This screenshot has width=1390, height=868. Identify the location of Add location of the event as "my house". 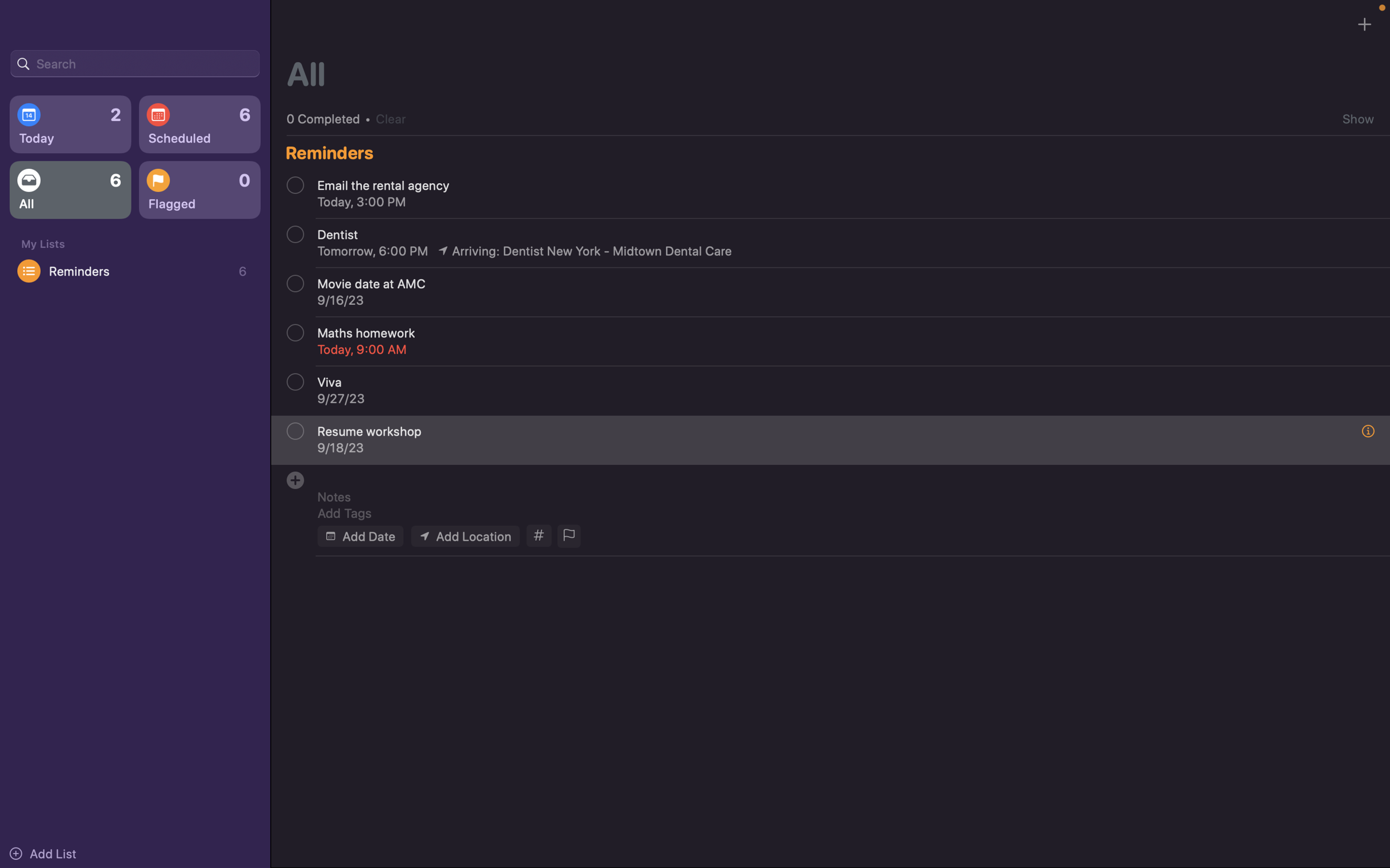
(464, 535).